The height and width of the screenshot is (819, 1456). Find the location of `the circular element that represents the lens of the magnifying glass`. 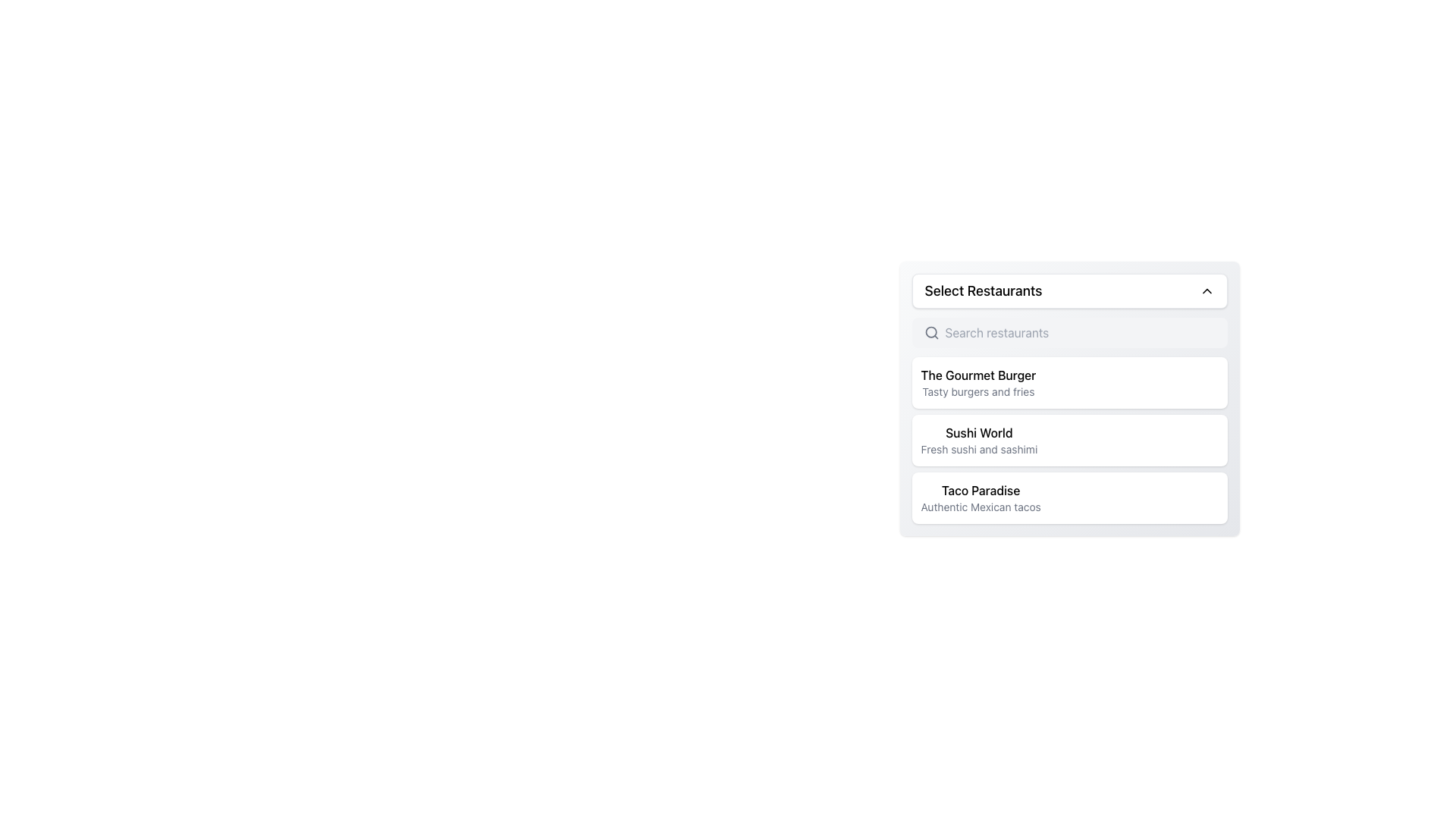

the circular element that represents the lens of the magnifying glass is located at coordinates (930, 331).